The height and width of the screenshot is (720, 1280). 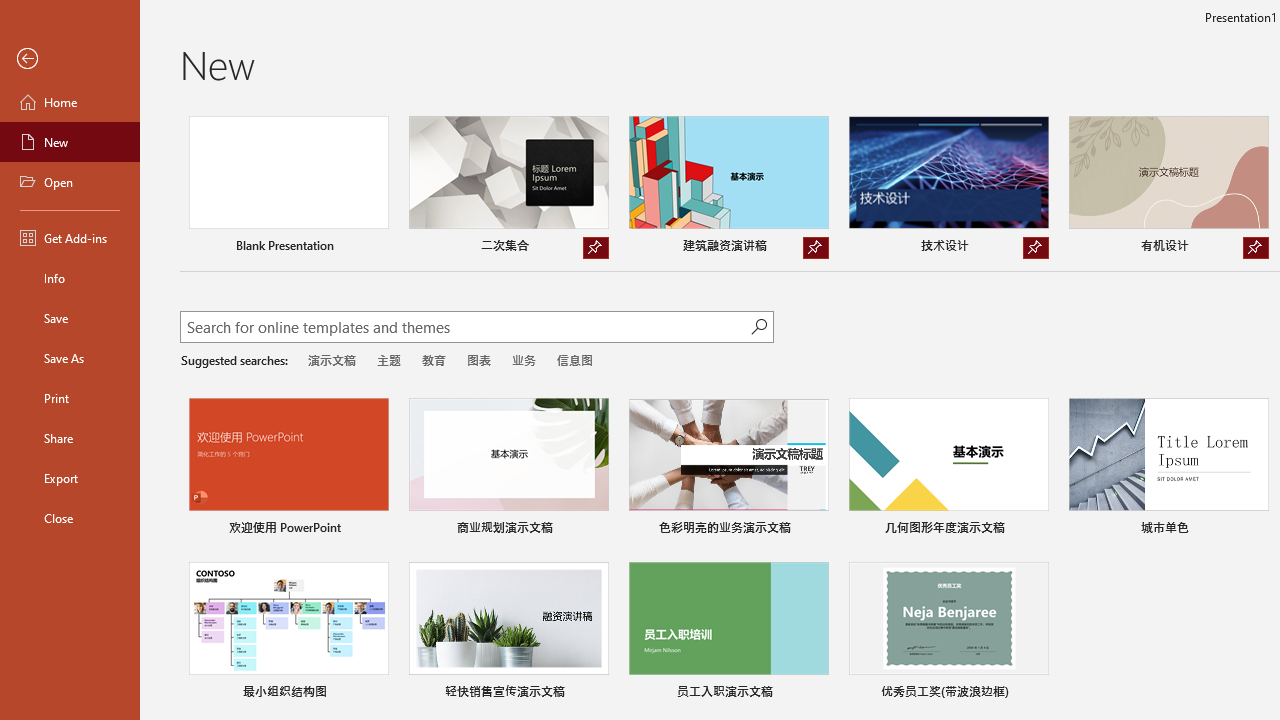 What do you see at coordinates (69, 277) in the screenshot?
I see `'Info'` at bounding box center [69, 277].